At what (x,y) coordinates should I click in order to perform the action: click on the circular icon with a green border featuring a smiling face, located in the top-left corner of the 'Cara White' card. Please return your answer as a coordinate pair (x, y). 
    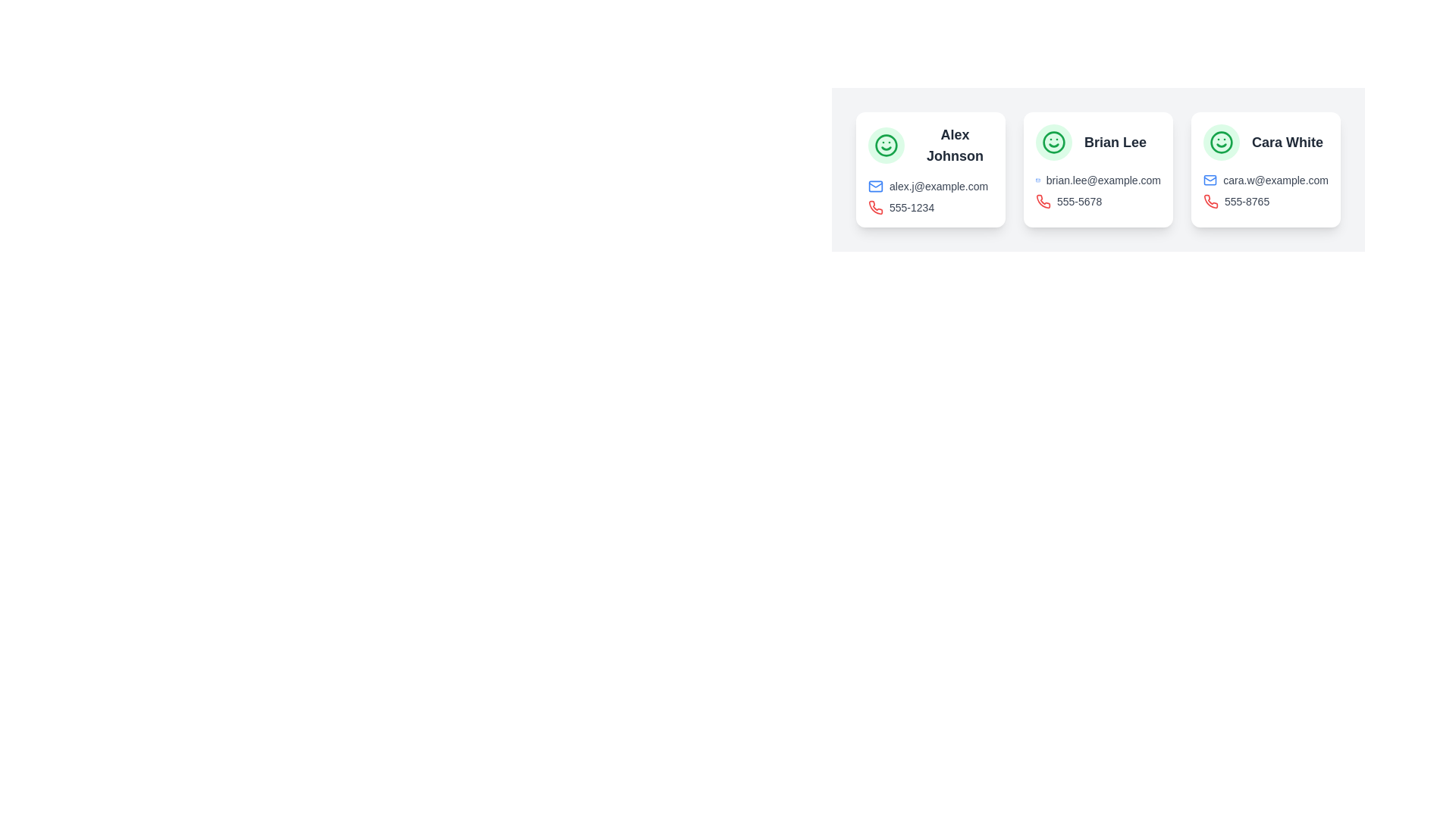
    Looking at the image, I should click on (1053, 143).